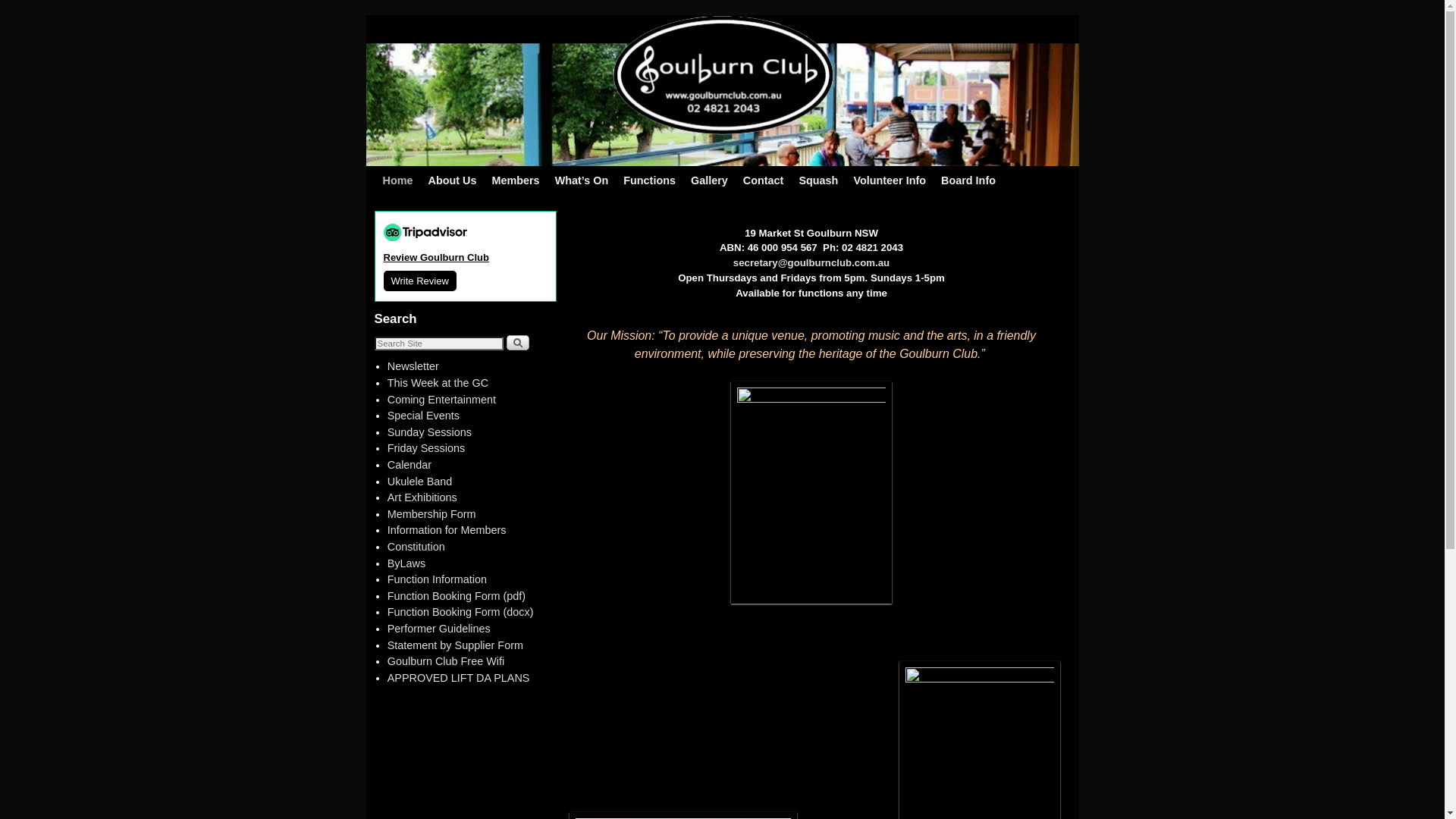 The height and width of the screenshot is (819, 1456). Describe the element at coordinates (811, 262) in the screenshot. I see `'secretary@goulburnclub.com.au'` at that location.